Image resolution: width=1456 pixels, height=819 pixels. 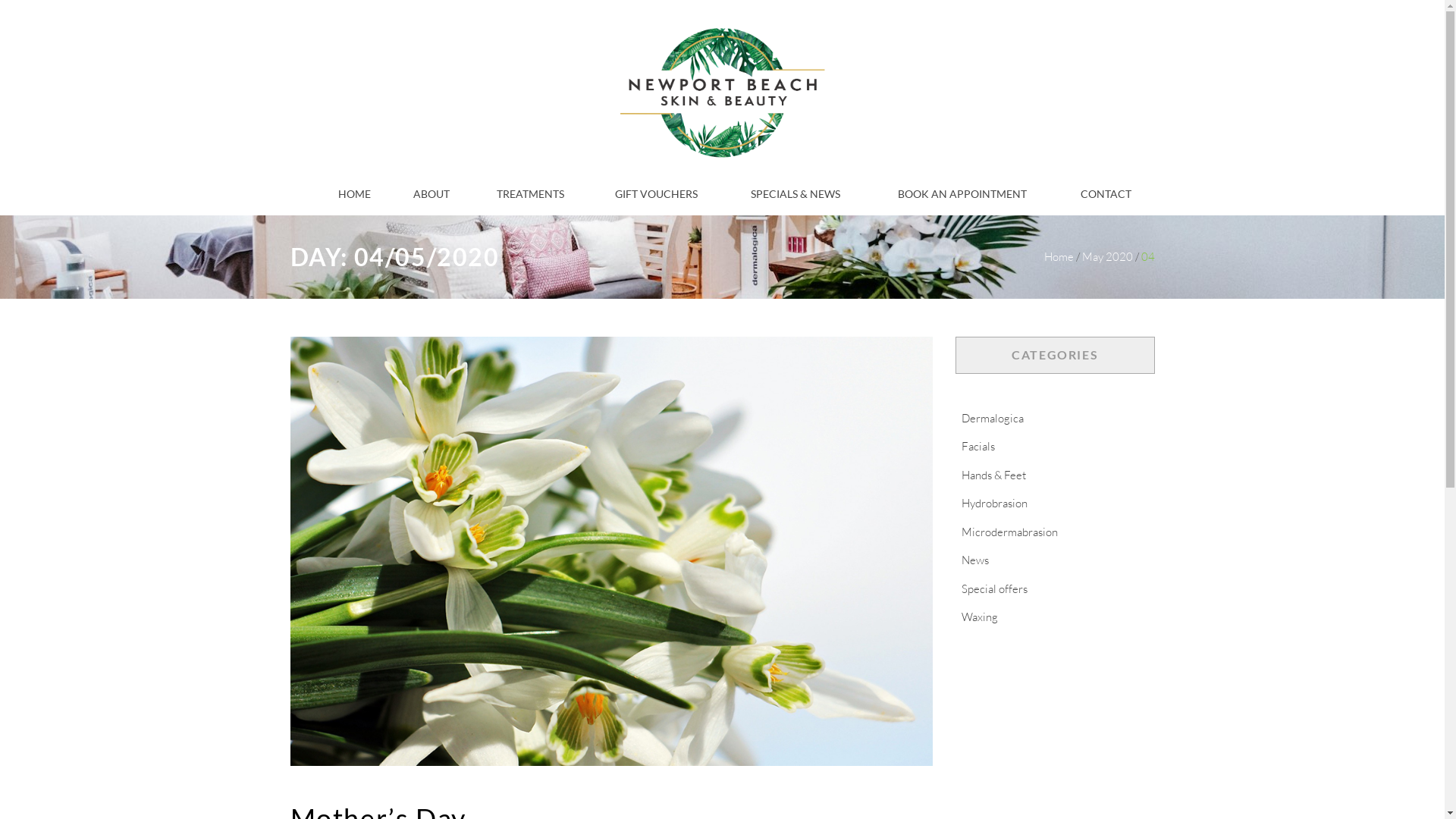 What do you see at coordinates (978, 445) in the screenshot?
I see `'Facials'` at bounding box center [978, 445].